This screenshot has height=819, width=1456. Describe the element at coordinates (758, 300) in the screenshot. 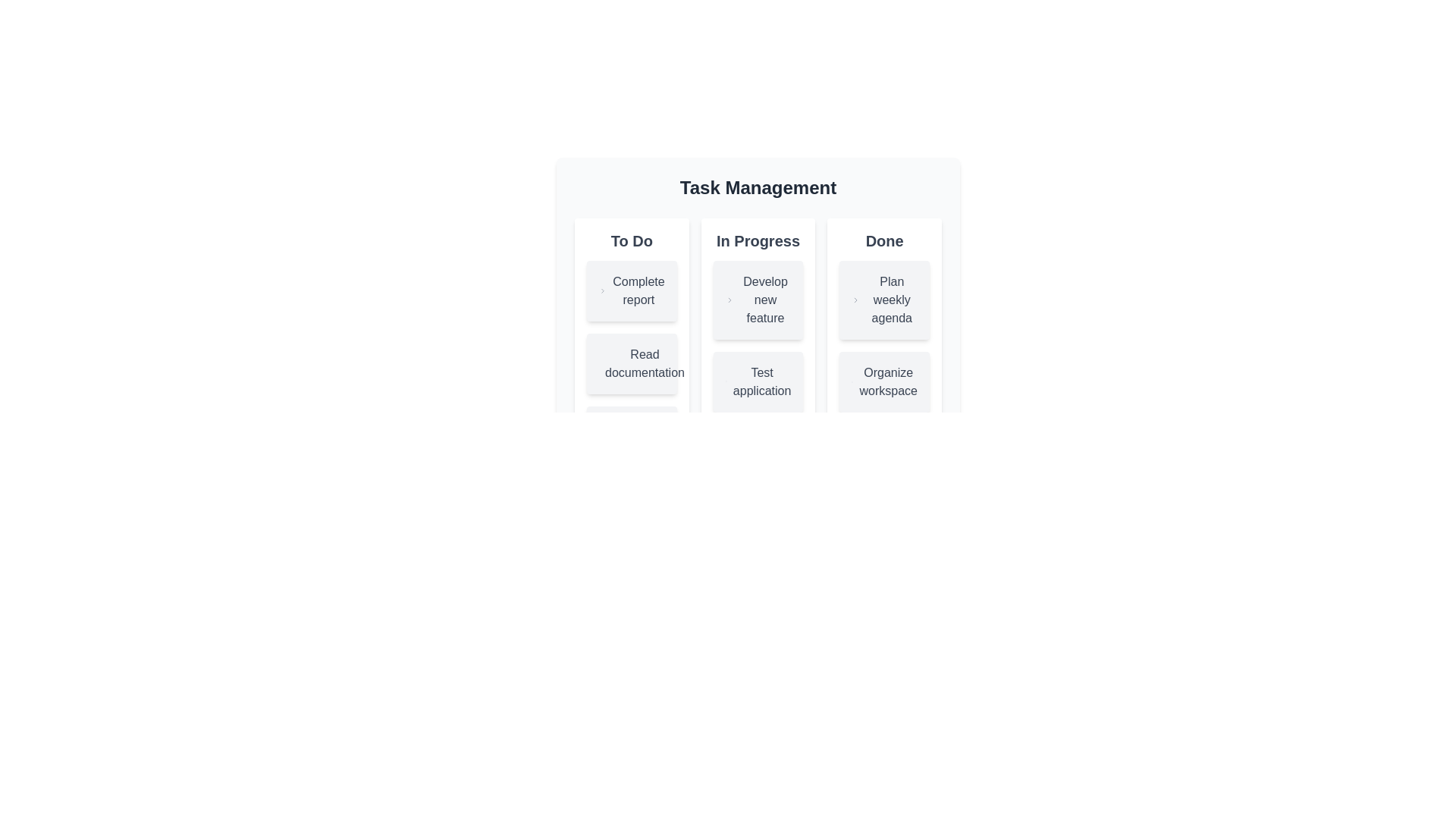

I see `the 'Develop new feature' task card from the 'In Progress' column` at that location.